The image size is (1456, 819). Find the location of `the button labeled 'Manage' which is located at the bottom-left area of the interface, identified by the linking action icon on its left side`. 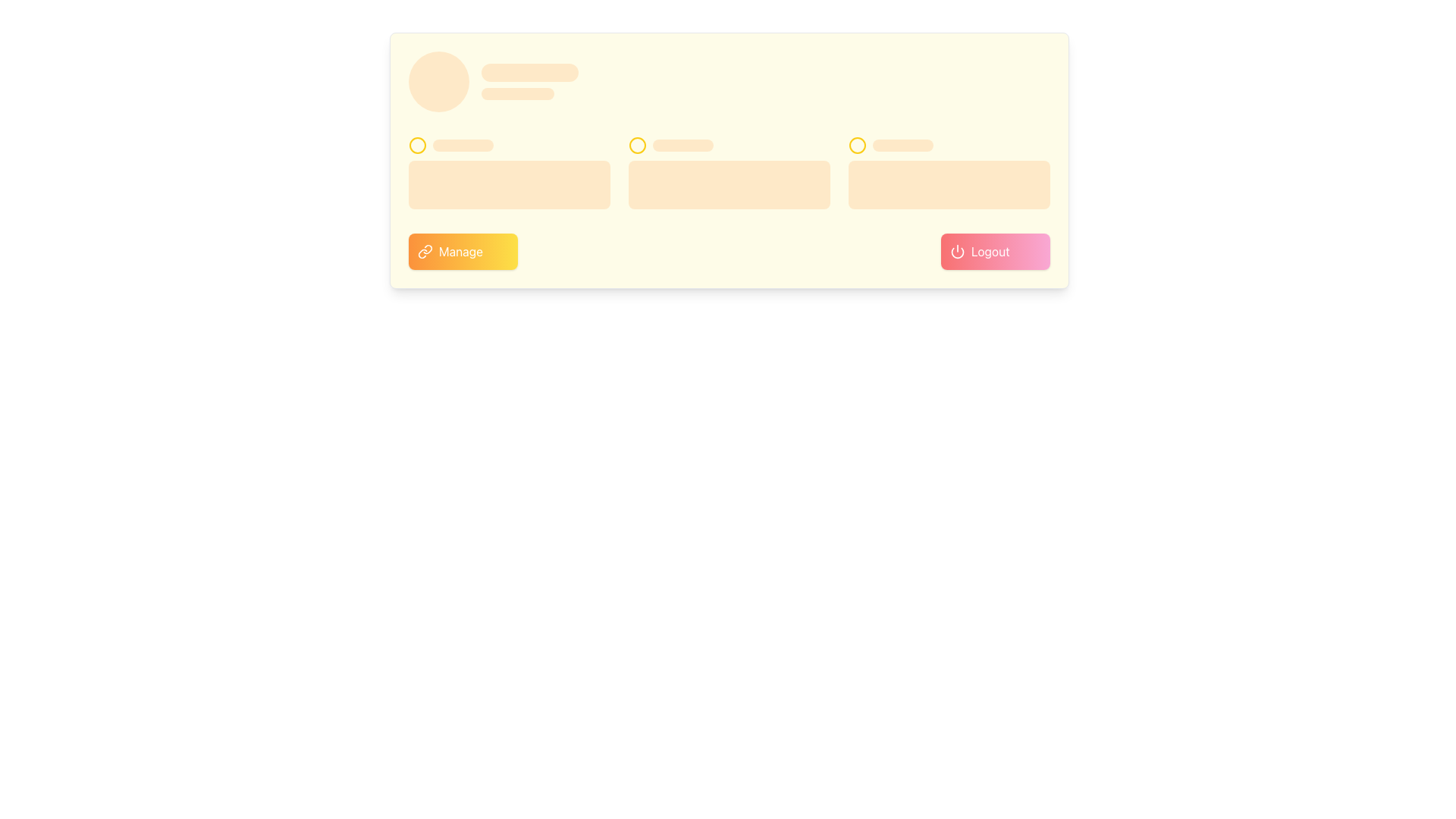

the button labeled 'Manage' which is located at the bottom-left area of the interface, identified by the linking action icon on its left side is located at coordinates (425, 250).